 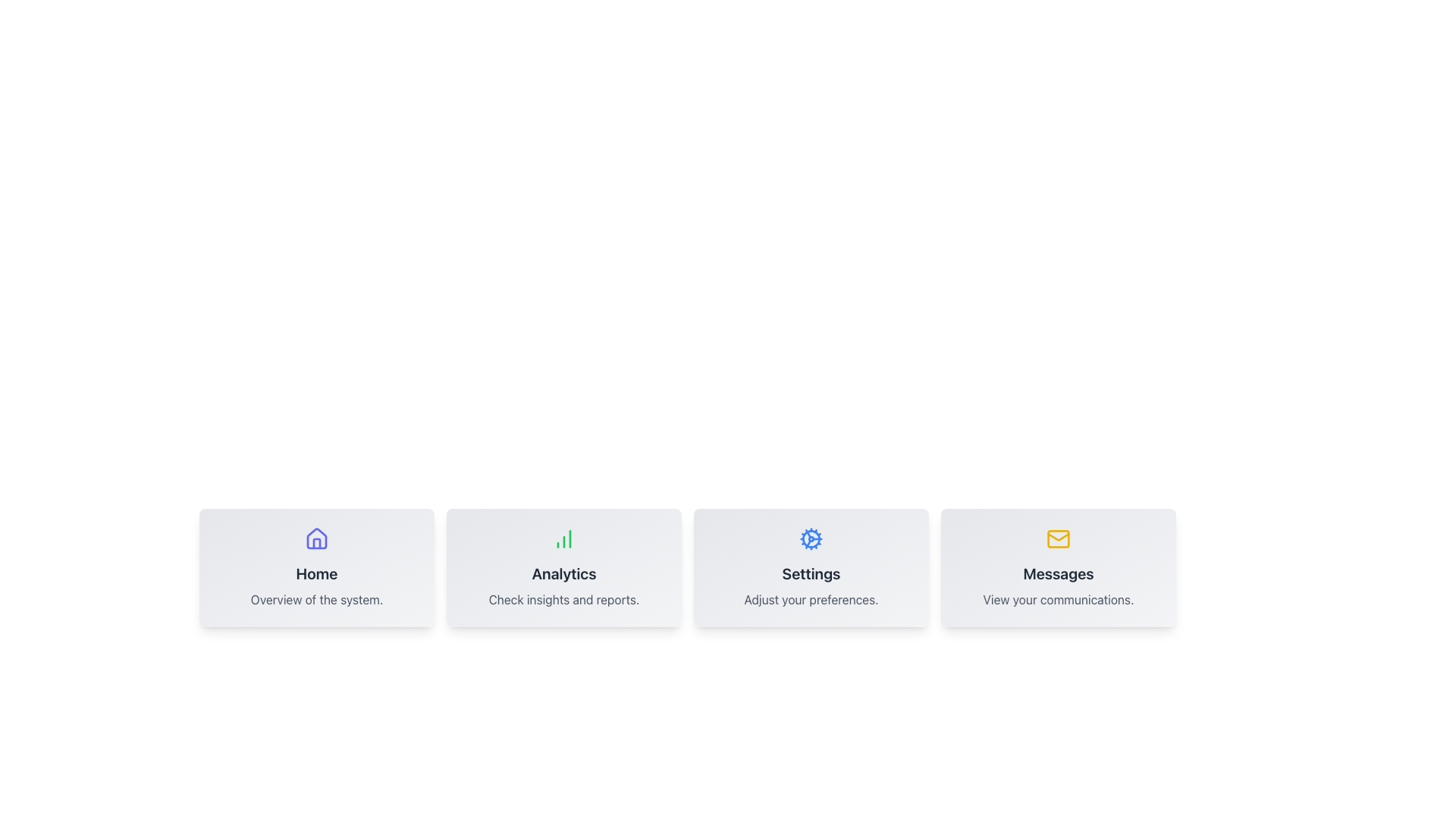 What do you see at coordinates (315, 598) in the screenshot?
I see `the text label located at the bottom of the 'Home' card, directly under the 'Home' title` at bounding box center [315, 598].